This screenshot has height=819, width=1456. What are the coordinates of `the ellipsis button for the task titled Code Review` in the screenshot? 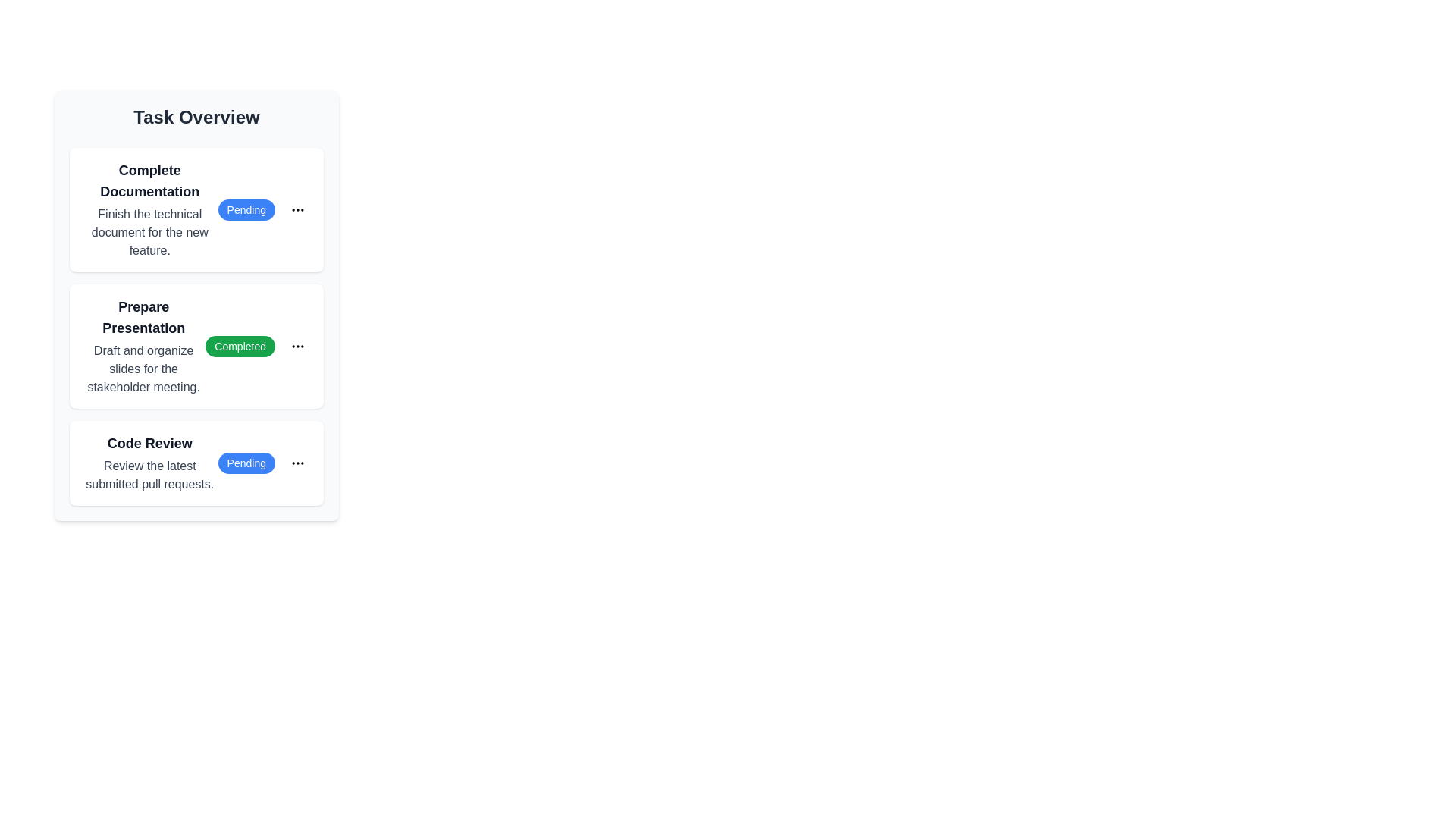 It's located at (298, 462).